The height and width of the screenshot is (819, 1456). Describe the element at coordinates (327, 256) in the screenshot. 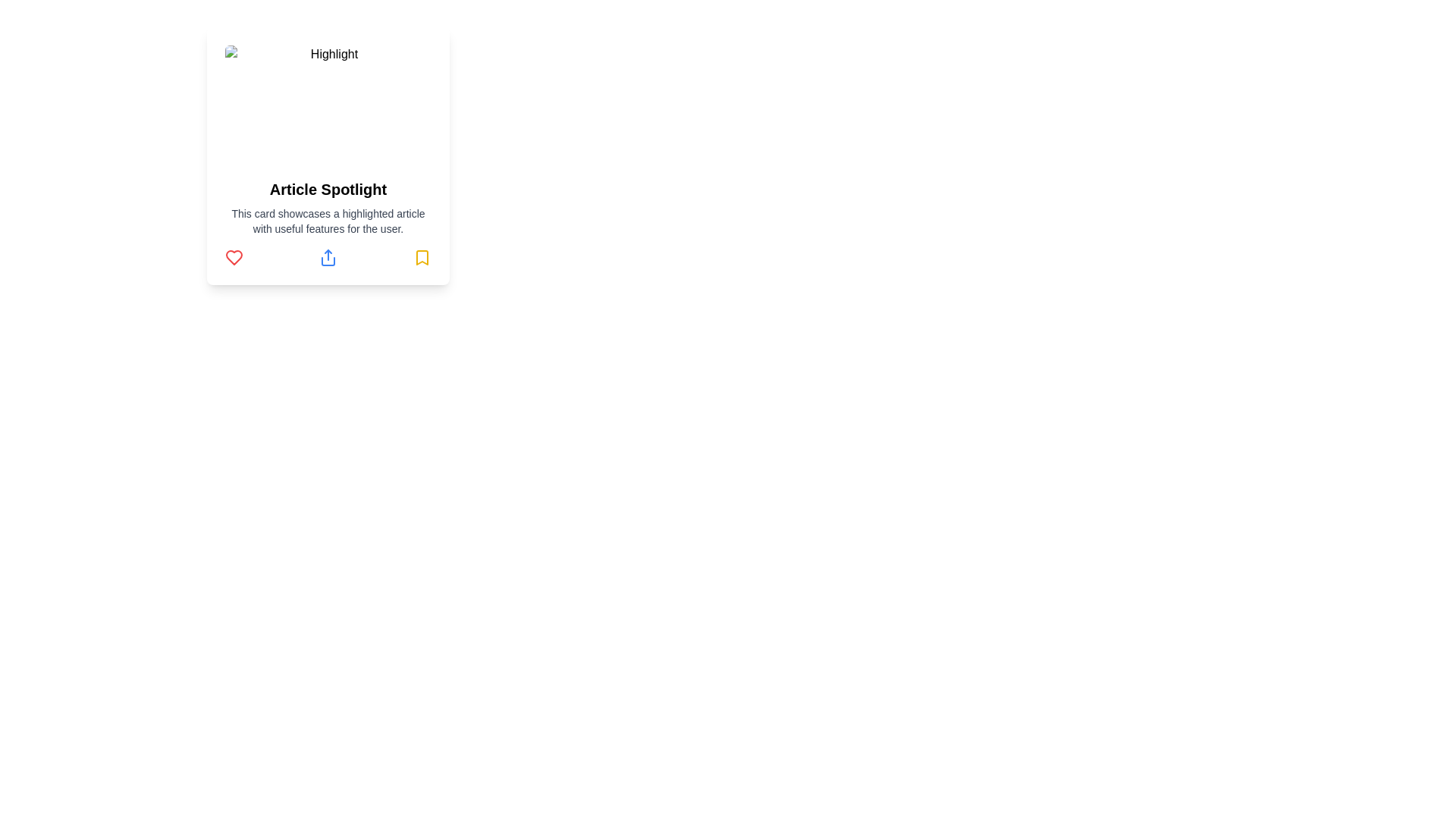

I see `the interactive blue upward arrow icon located centrally at the bottom section of the card layout` at that location.